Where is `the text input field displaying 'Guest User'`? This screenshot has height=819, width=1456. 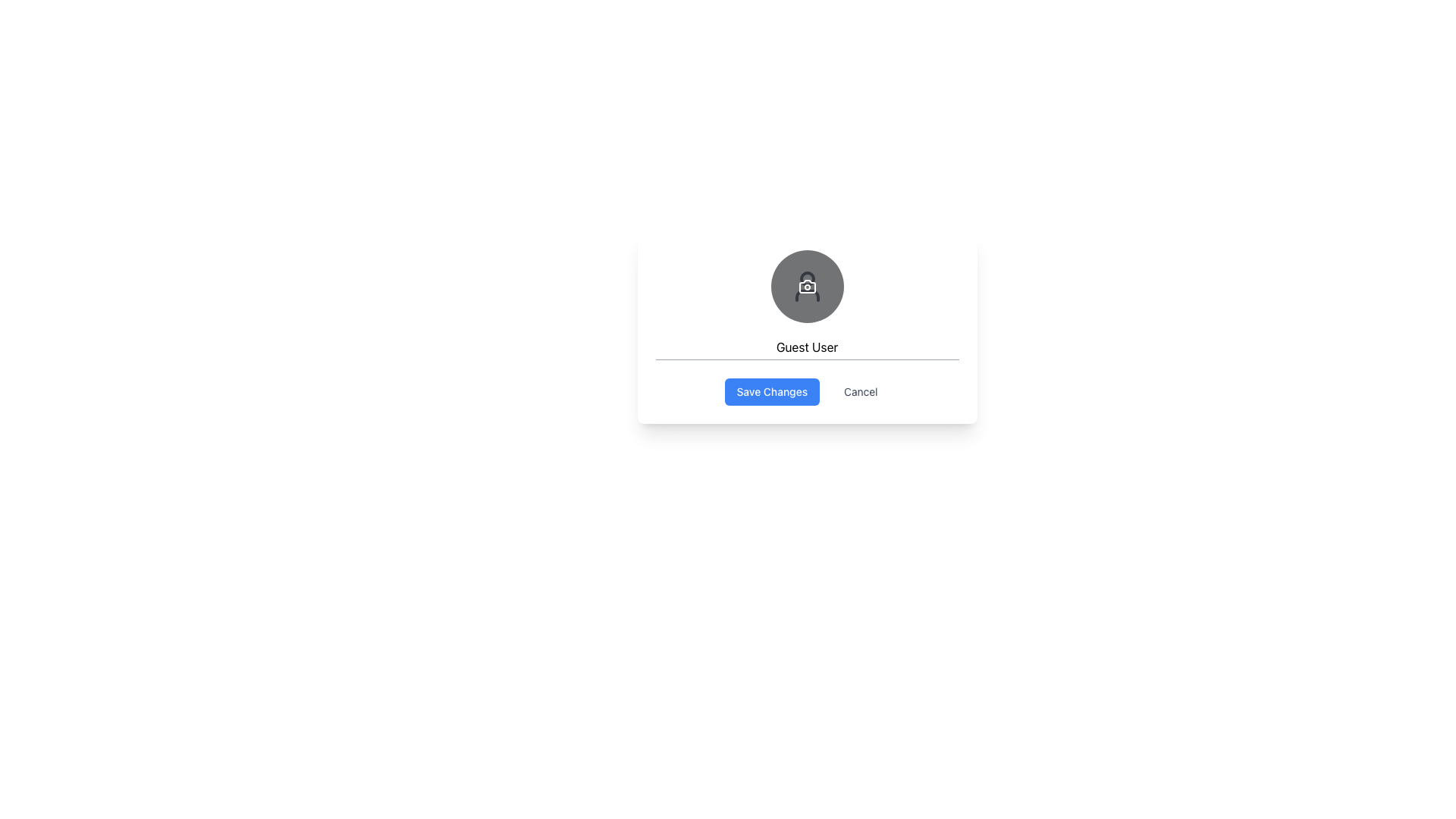
the text input field displaying 'Guest User' is located at coordinates (806, 347).